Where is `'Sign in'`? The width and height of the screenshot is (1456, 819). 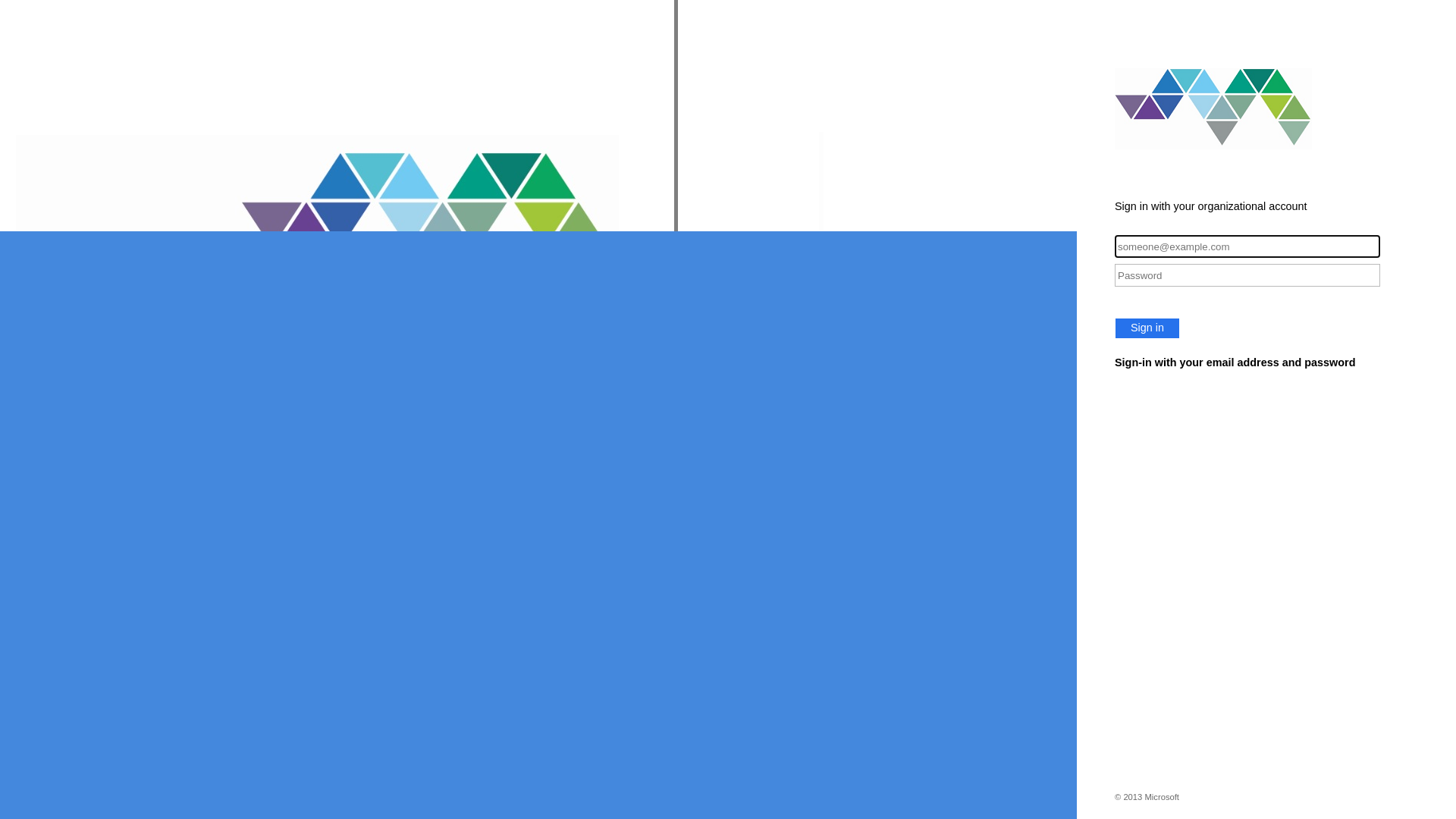 'Sign in' is located at coordinates (1147, 327).